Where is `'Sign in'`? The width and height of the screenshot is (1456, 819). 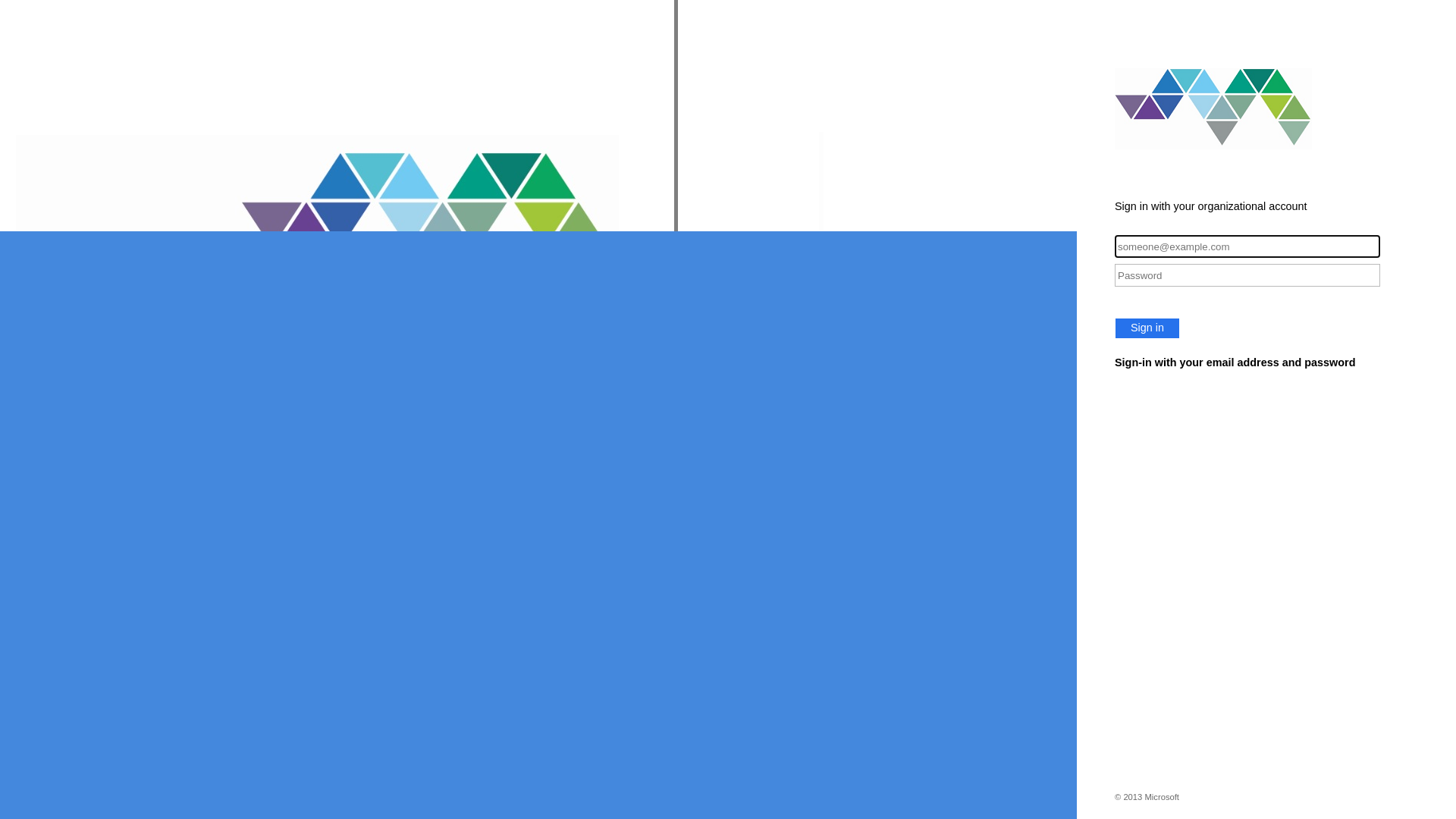 'Sign in' is located at coordinates (1147, 327).